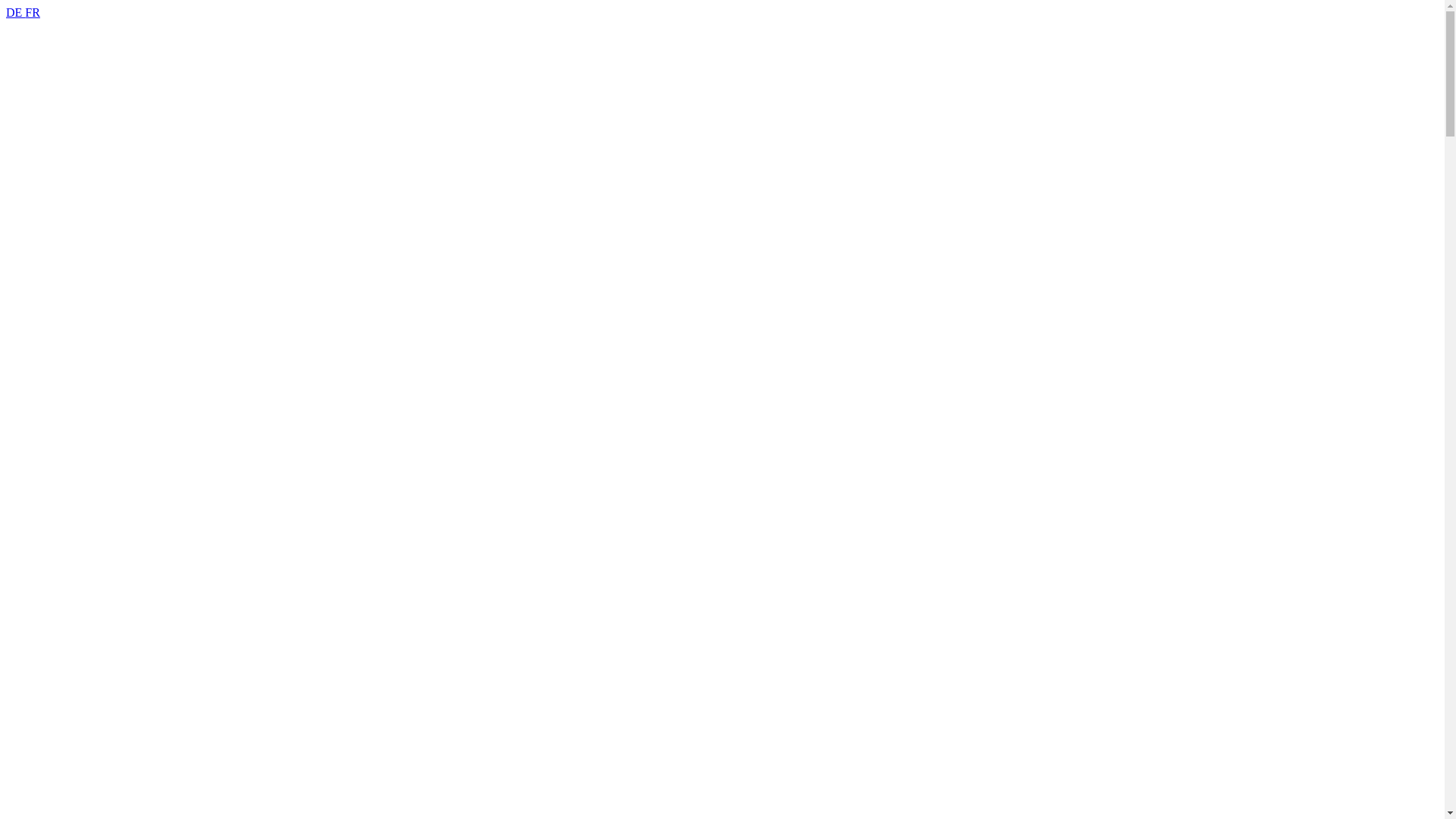 This screenshot has height=819, width=1456. What do you see at coordinates (15, 12) in the screenshot?
I see `'DE'` at bounding box center [15, 12].